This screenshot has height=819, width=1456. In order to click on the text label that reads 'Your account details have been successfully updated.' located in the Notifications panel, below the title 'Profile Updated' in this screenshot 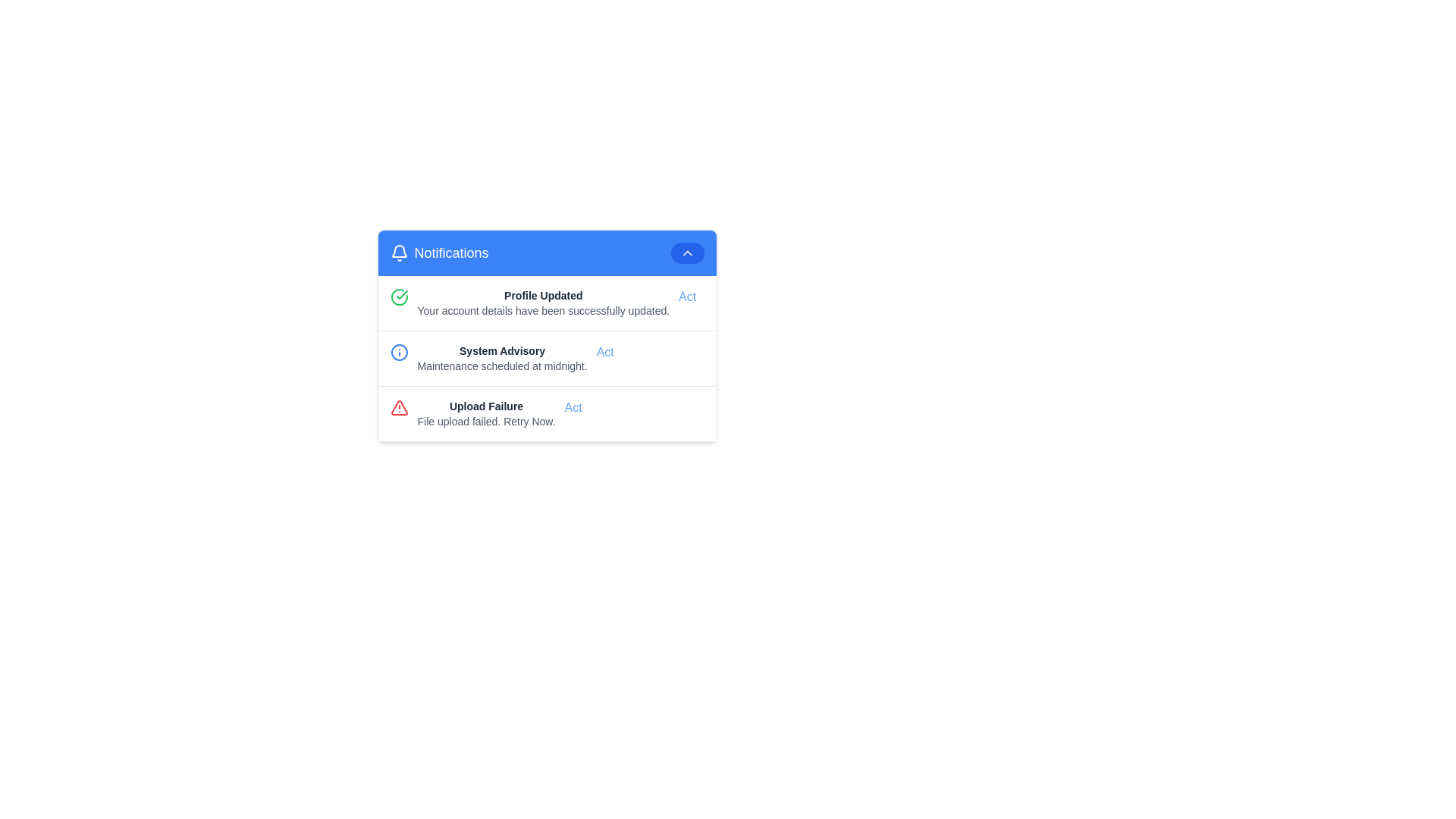, I will do `click(543, 309)`.